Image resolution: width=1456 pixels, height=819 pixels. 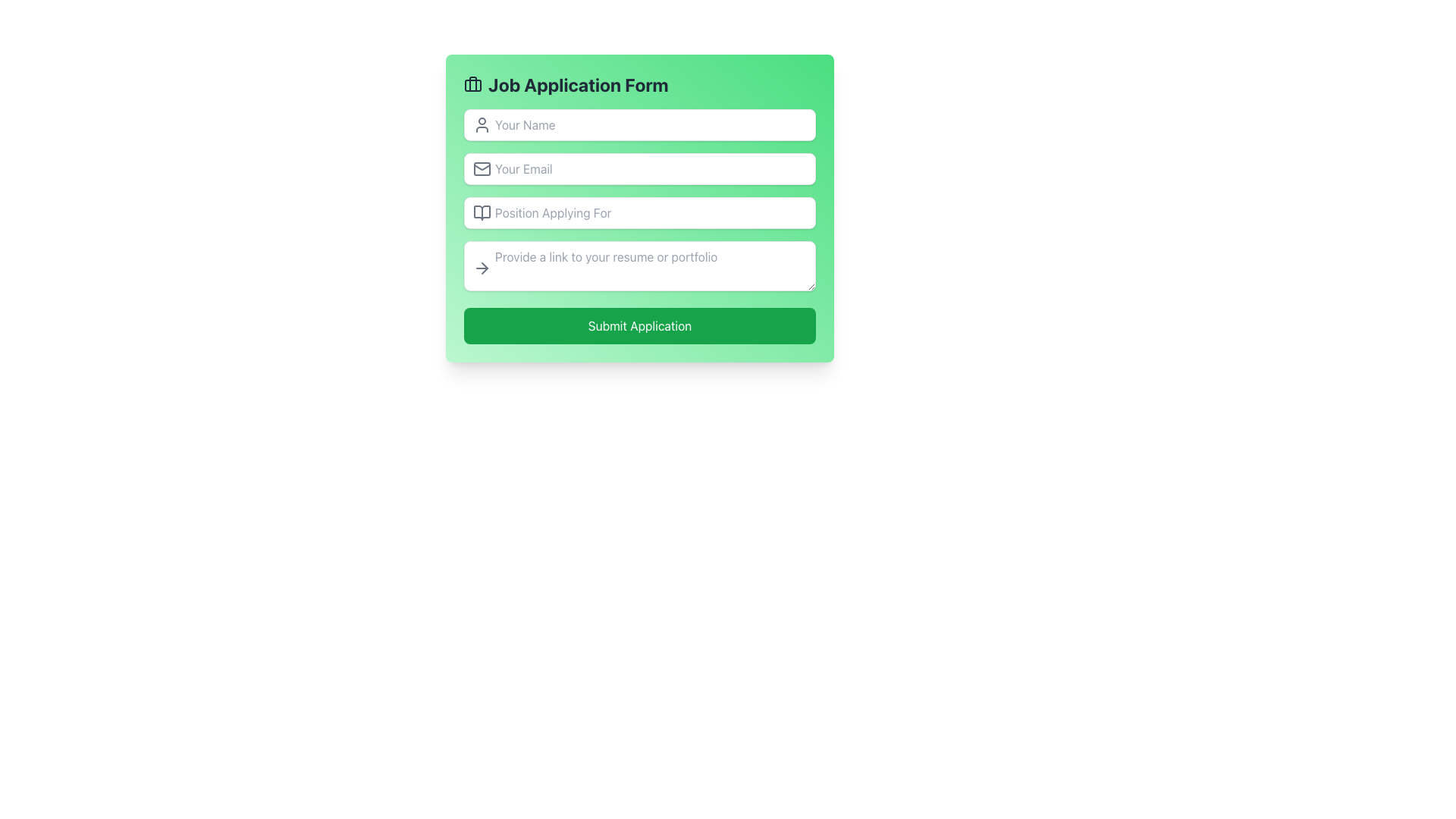 What do you see at coordinates (481, 169) in the screenshot?
I see `the rounded rectangular envelope icon located to the left of the 'Your Email' input field` at bounding box center [481, 169].